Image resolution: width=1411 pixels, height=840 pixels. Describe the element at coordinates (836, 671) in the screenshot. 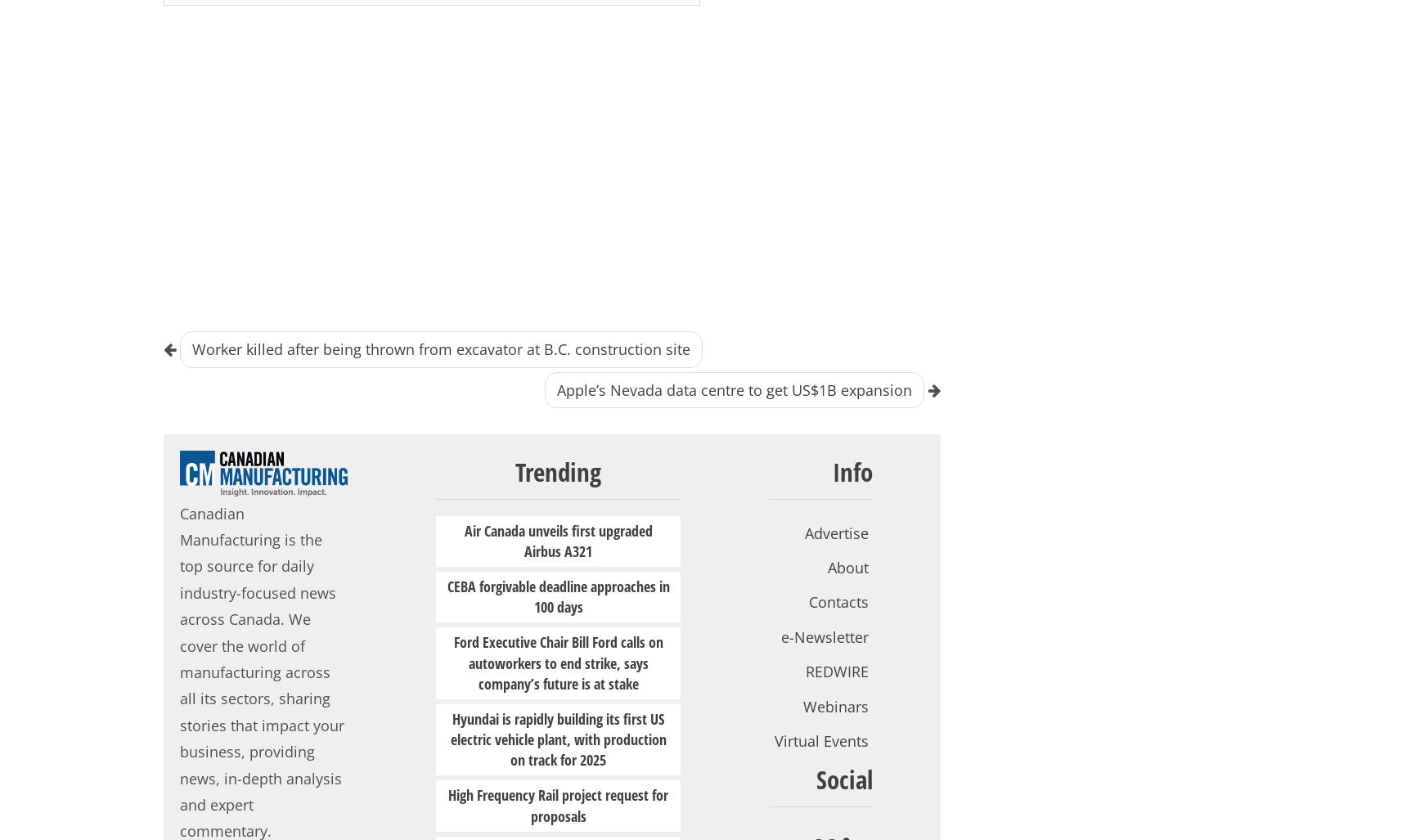

I see `'REDWIRE'` at that location.